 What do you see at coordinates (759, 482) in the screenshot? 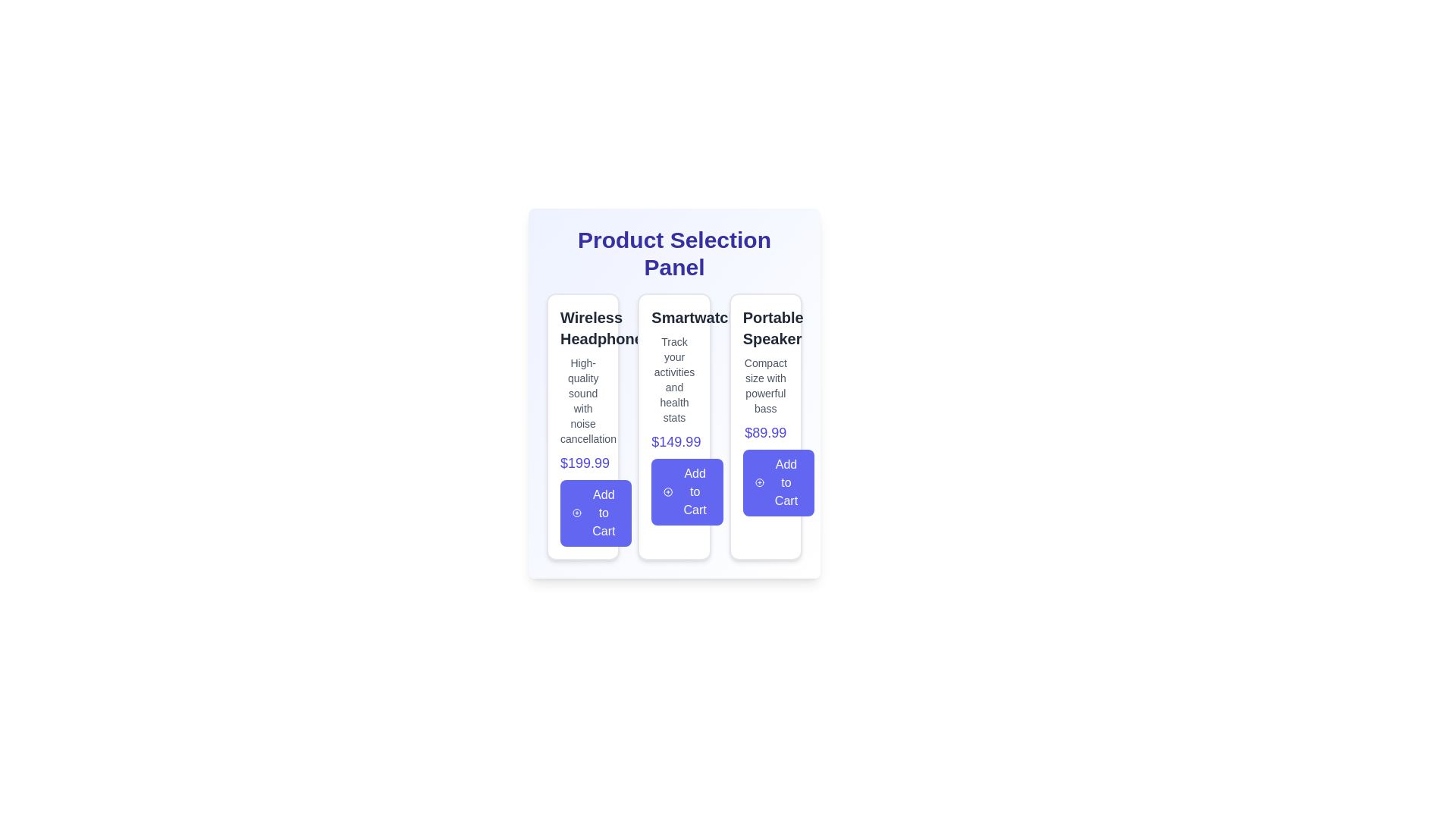
I see `the blue SVG icon with a plus sign located to the left of the 'Add to Cart' text in the button of the Portable Speaker product card` at bounding box center [759, 482].